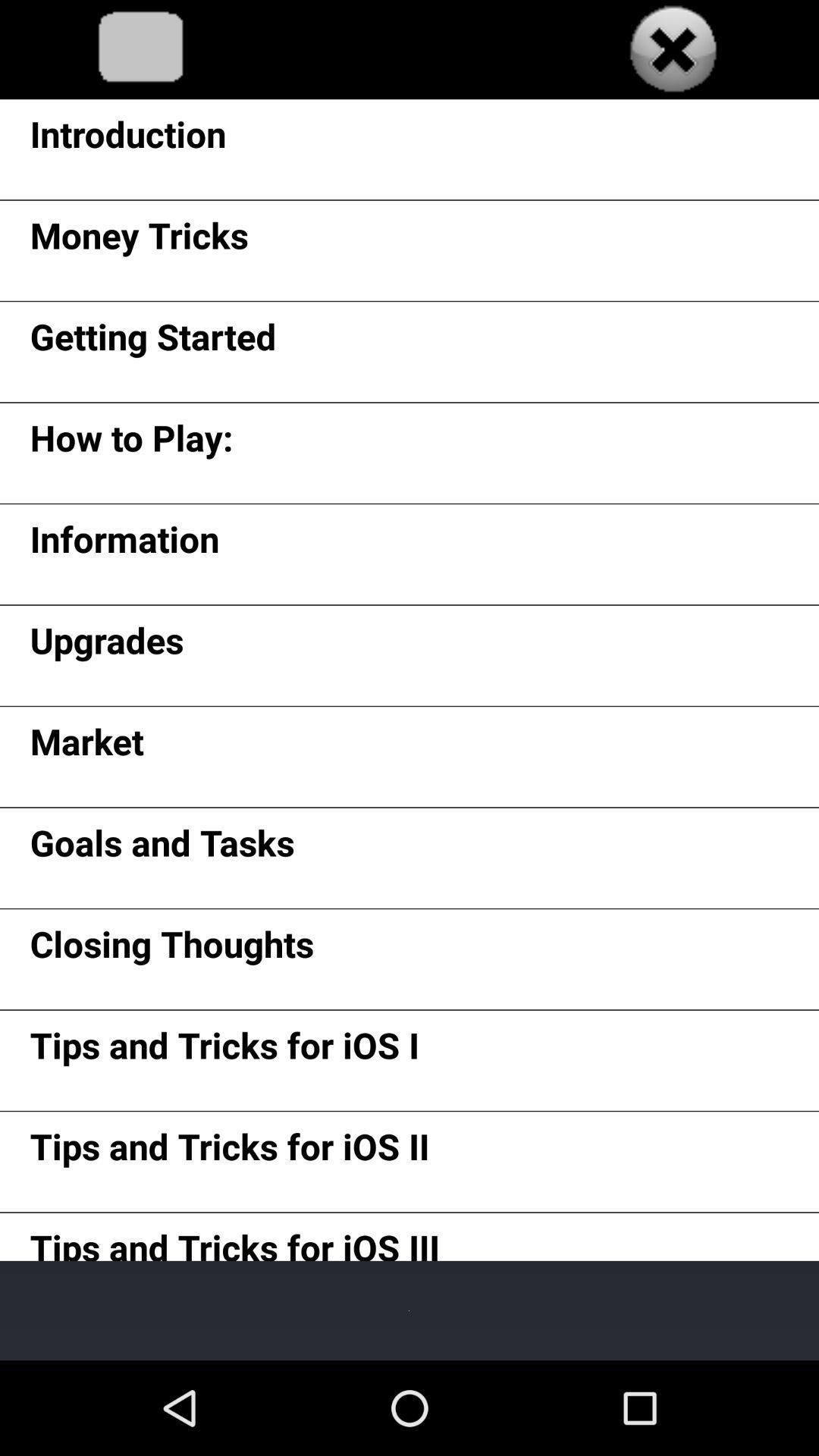  What do you see at coordinates (153, 341) in the screenshot?
I see `the item above how to play: app` at bounding box center [153, 341].